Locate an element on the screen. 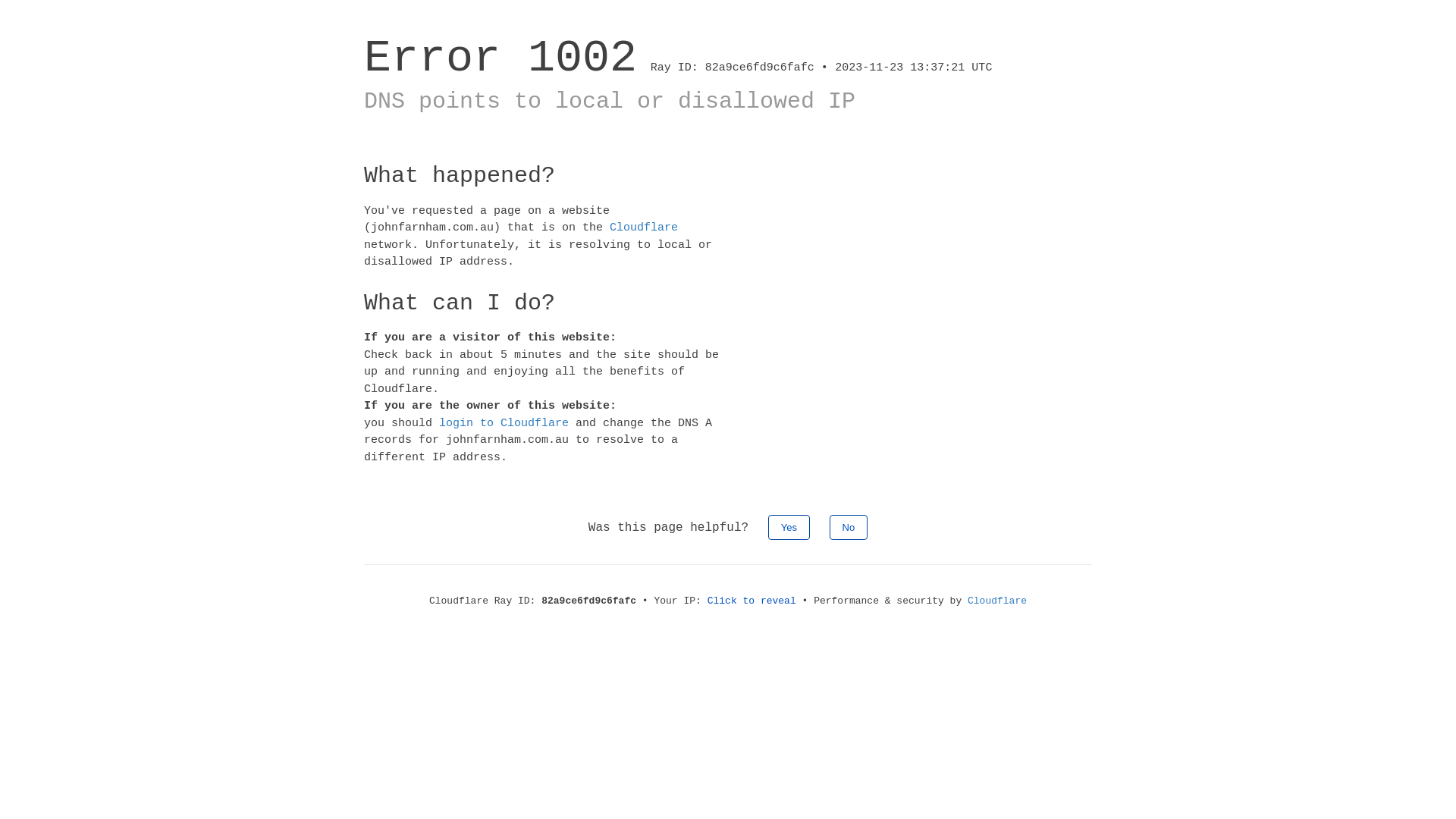  'Click to reveal' is located at coordinates (752, 600).